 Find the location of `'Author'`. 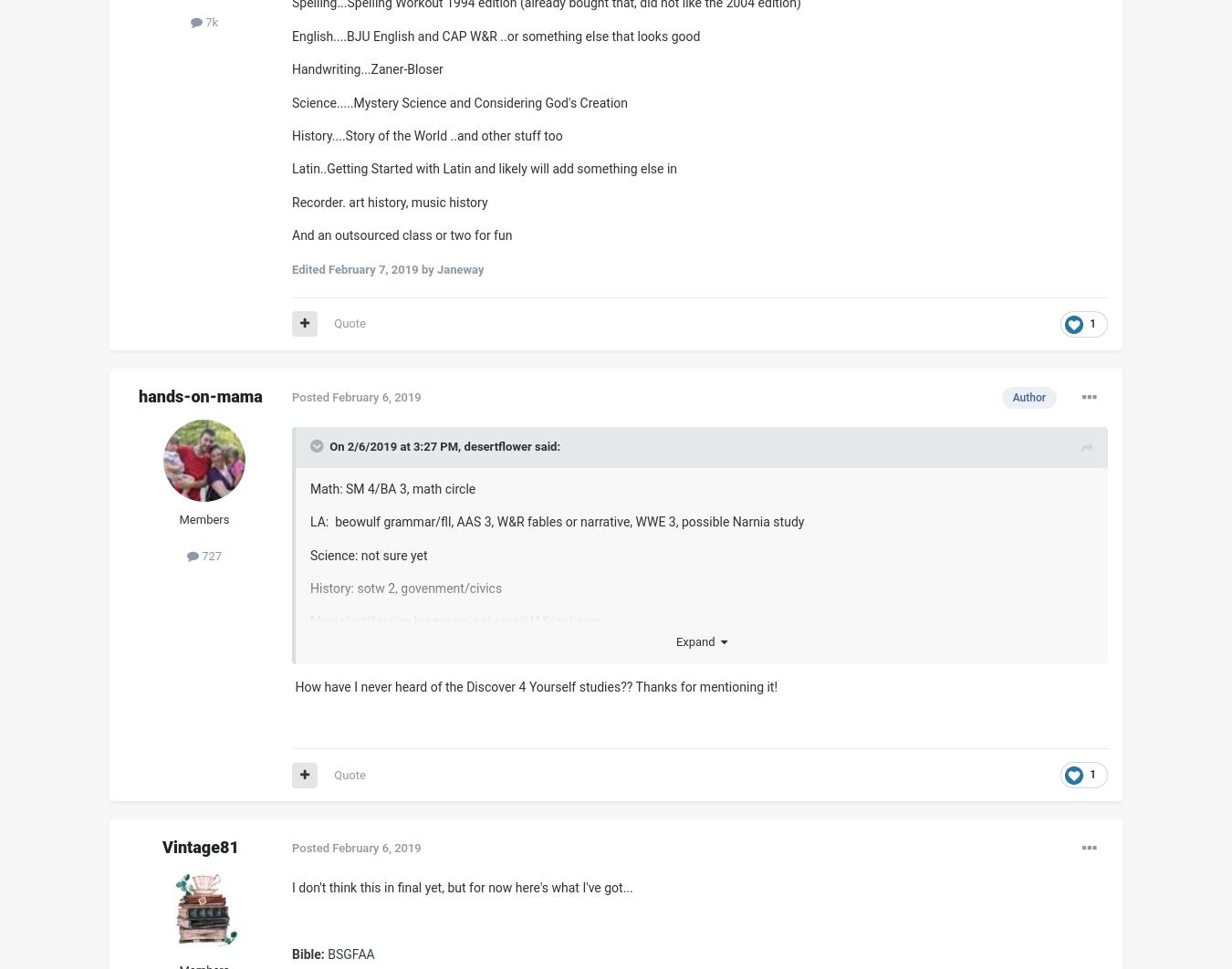

'Author' is located at coordinates (1028, 396).